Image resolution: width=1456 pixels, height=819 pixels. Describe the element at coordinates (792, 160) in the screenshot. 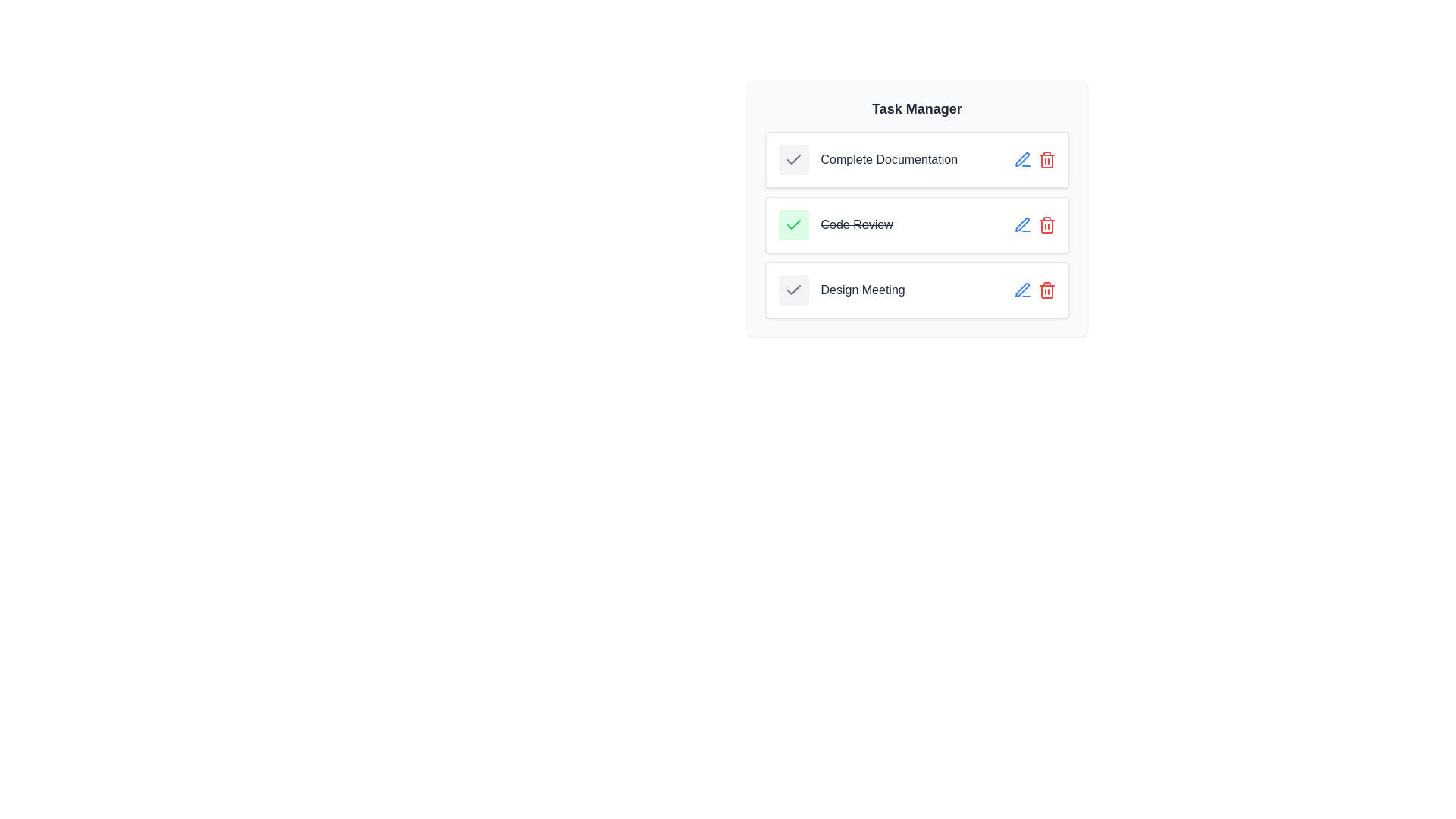

I see `the checkbox for the task 'Complete Documentation'` at that location.